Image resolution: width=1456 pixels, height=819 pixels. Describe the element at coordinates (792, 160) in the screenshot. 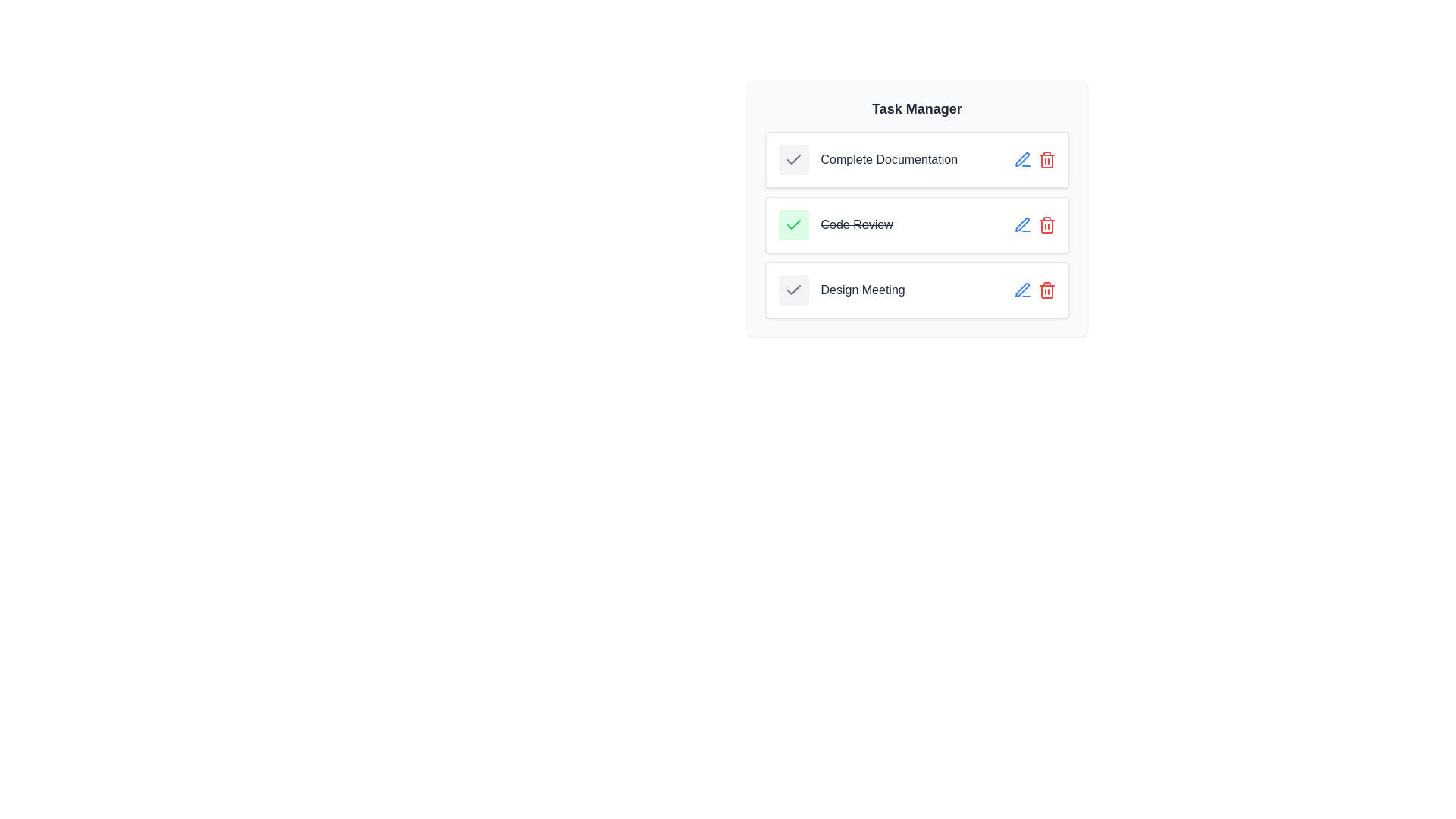

I see `the checkbox for the task 'Complete Documentation'` at that location.